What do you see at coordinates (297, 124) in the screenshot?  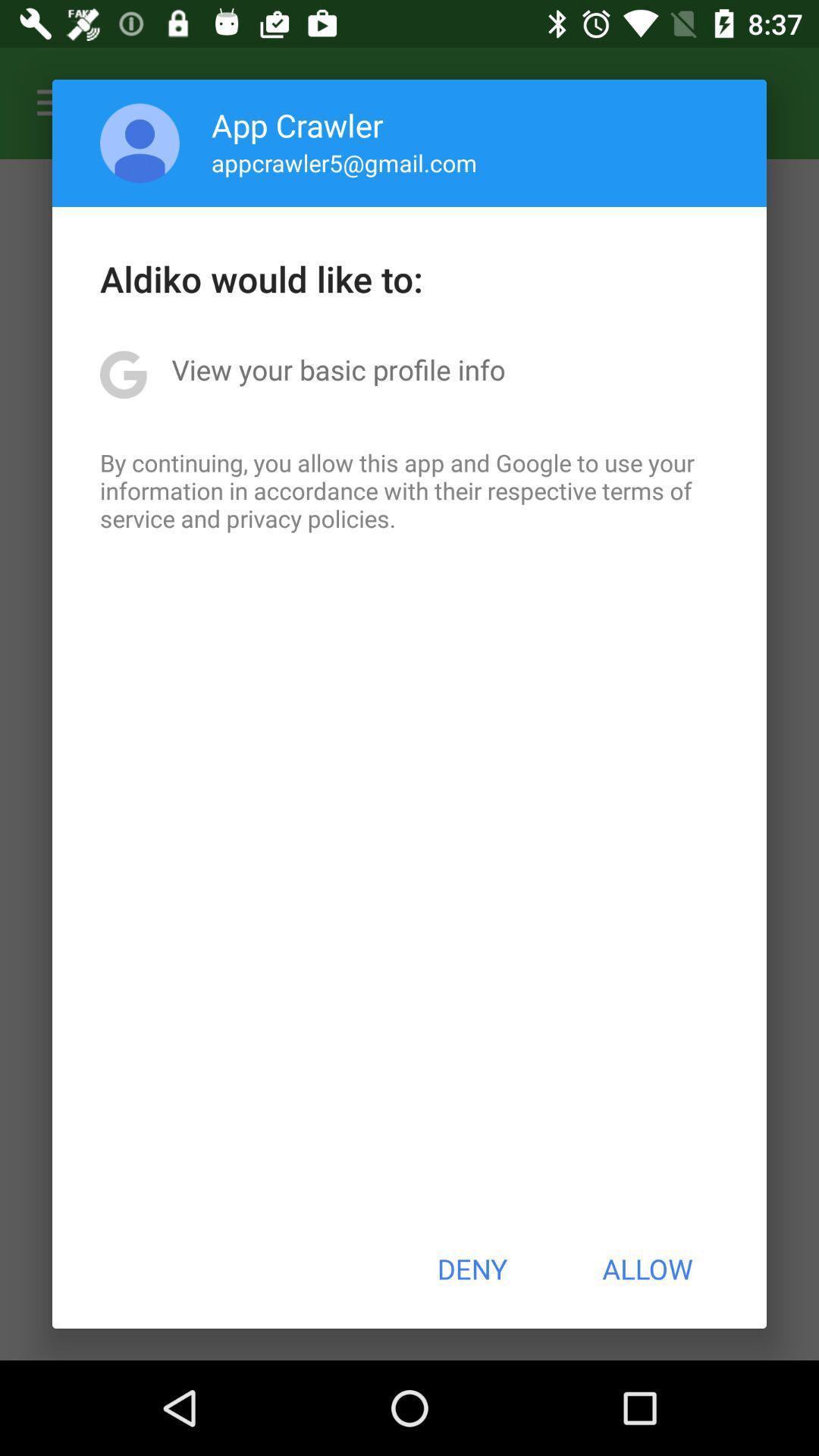 I see `app crawler app` at bounding box center [297, 124].